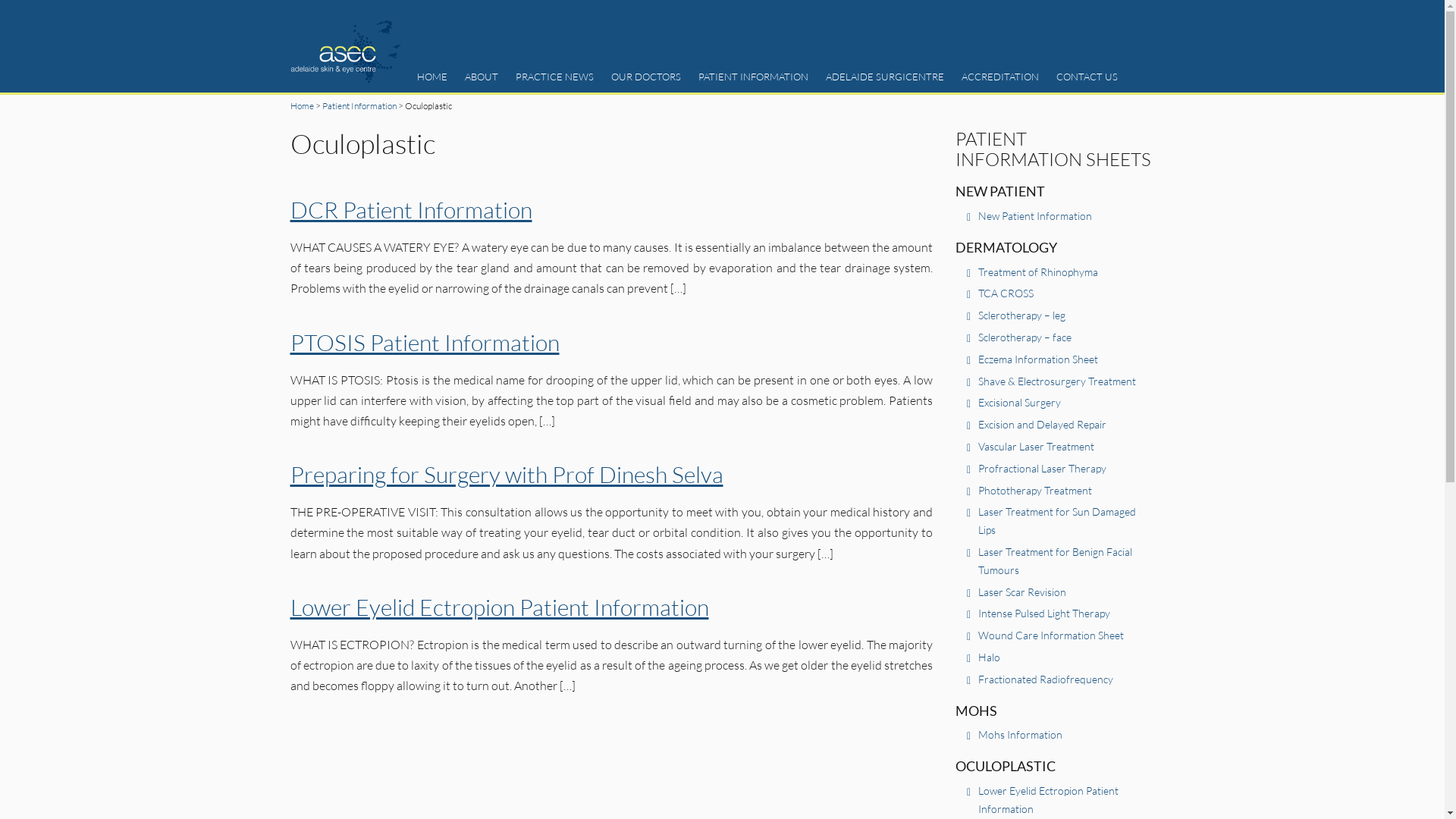  Describe the element at coordinates (1056, 380) in the screenshot. I see `'Shave & Electrosurgery Treatment'` at that location.